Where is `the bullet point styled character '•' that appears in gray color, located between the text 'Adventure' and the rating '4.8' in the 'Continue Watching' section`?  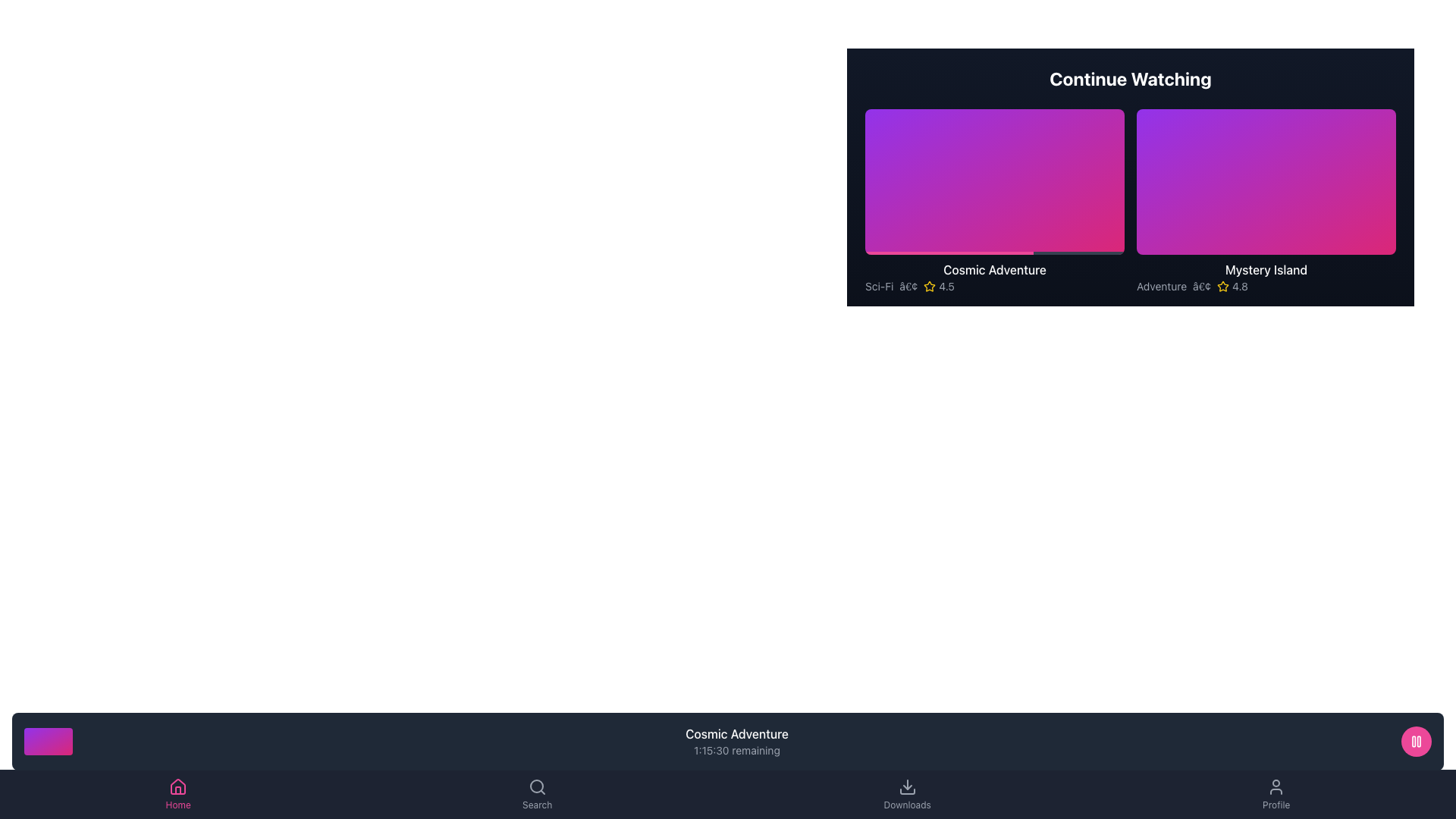
the bullet point styled character '•' that appears in gray color, located between the text 'Adventure' and the rating '4.8' in the 'Continue Watching' section is located at coordinates (1201, 287).